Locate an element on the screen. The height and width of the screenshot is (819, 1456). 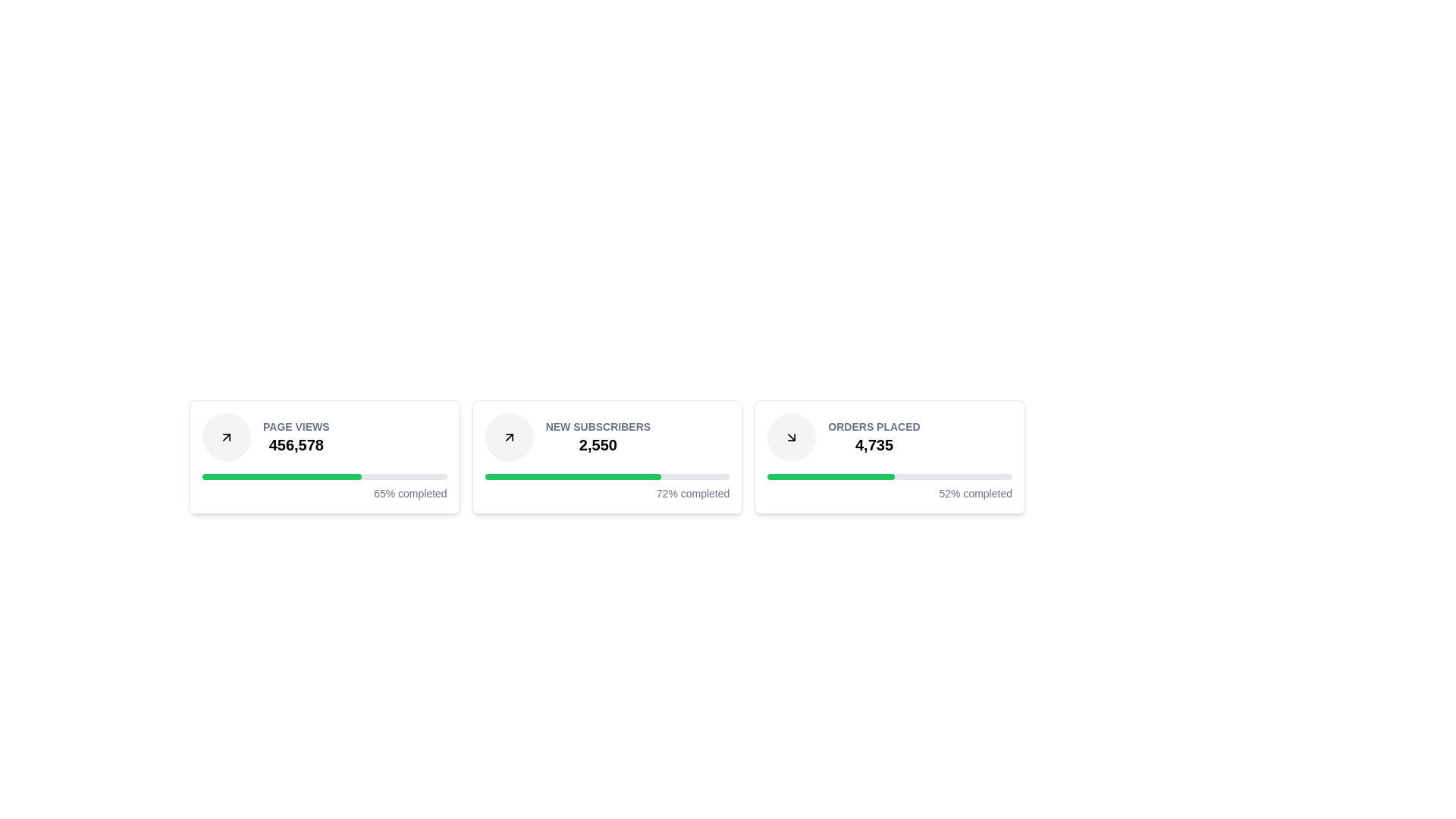
the text element displaying 'Orders Placed' in uppercase letters, located at the top-left of the rightmost card in a horizontal layout, above the numerical value '4,735' is located at coordinates (874, 427).